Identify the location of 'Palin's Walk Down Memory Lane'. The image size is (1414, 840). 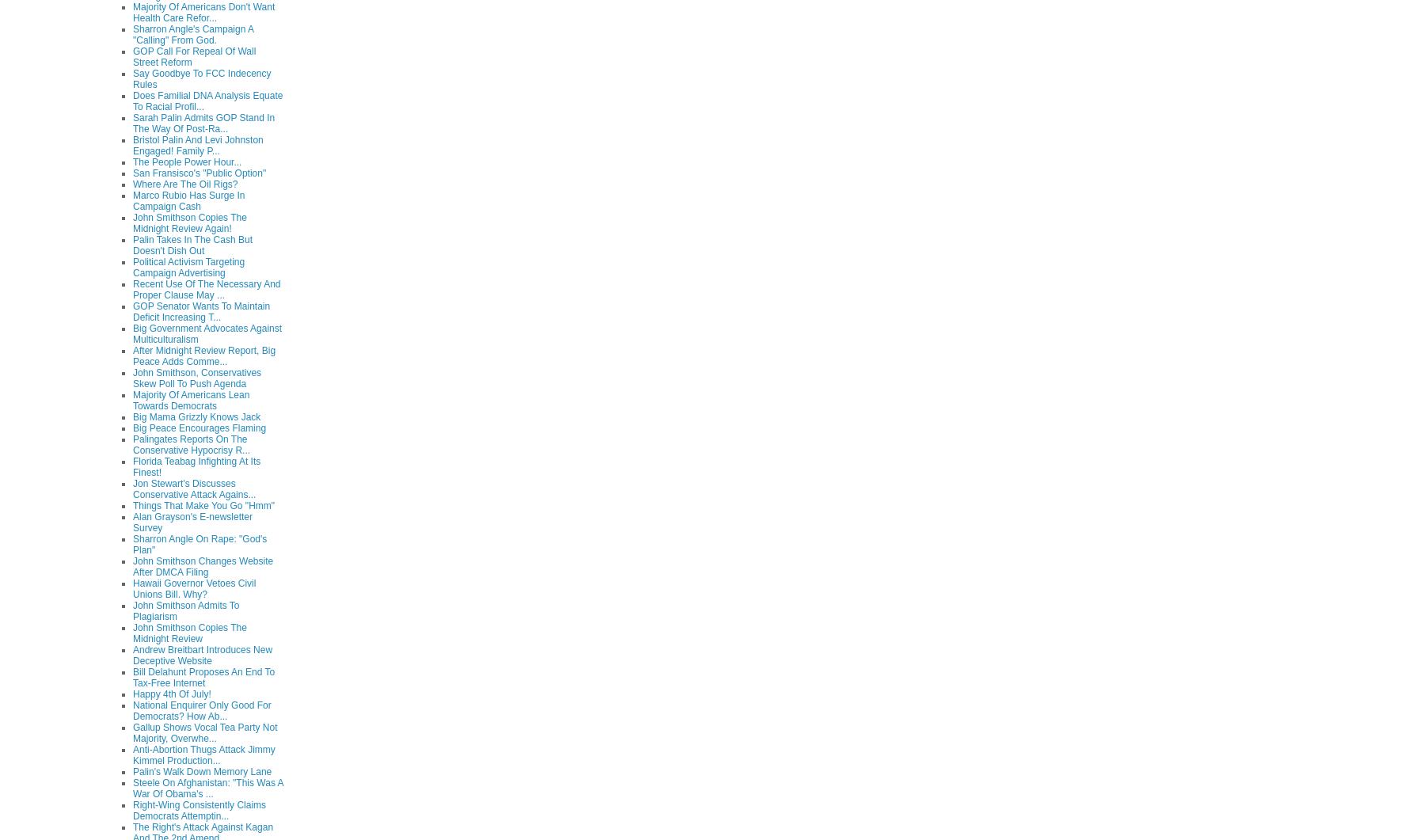
(201, 770).